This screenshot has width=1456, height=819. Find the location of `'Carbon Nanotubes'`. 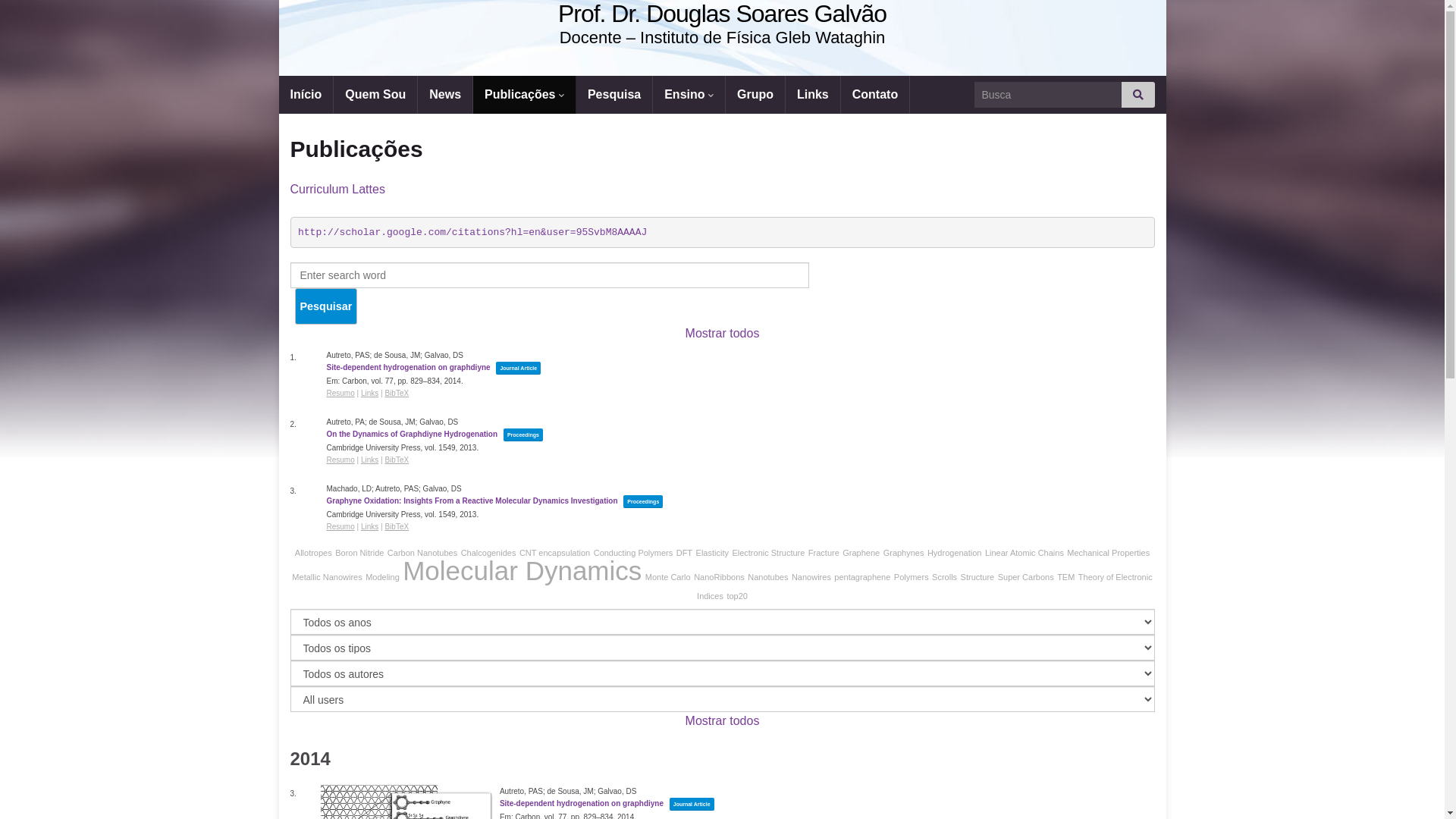

'Carbon Nanotubes' is located at coordinates (422, 553).